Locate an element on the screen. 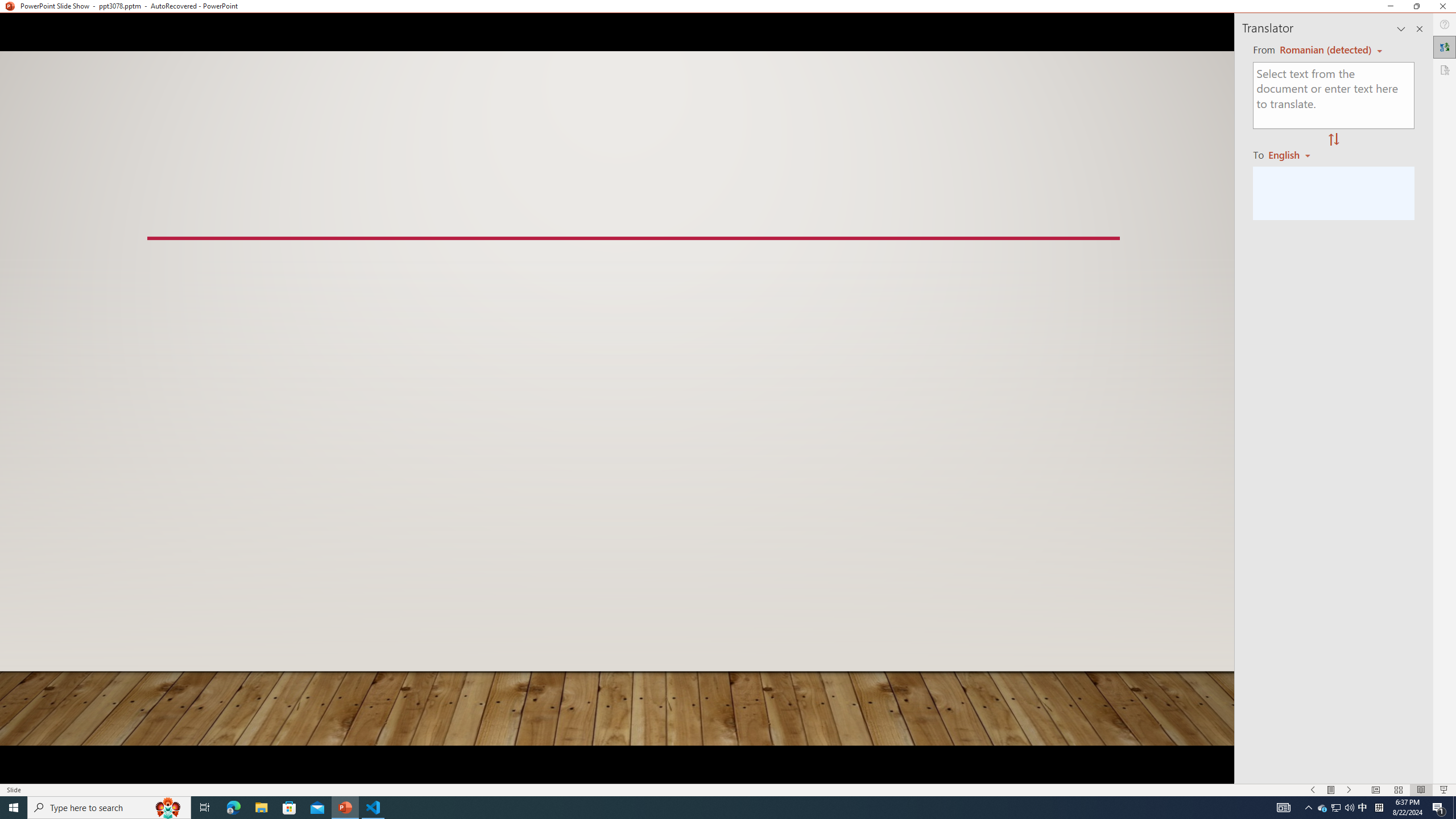 Image resolution: width=1456 pixels, height=819 pixels. 'Close pane' is located at coordinates (1419, 28).